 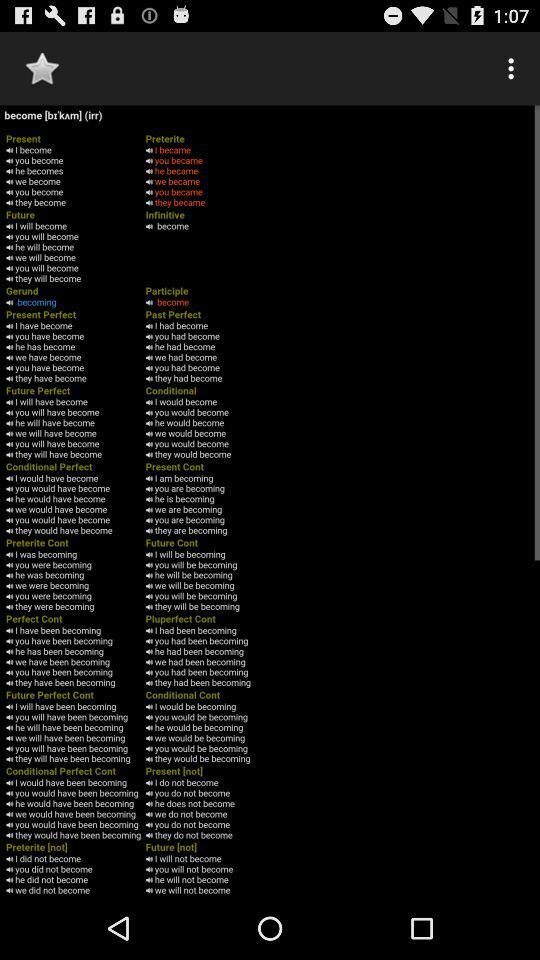 What do you see at coordinates (42, 68) in the screenshot?
I see `fevouride obstion` at bounding box center [42, 68].